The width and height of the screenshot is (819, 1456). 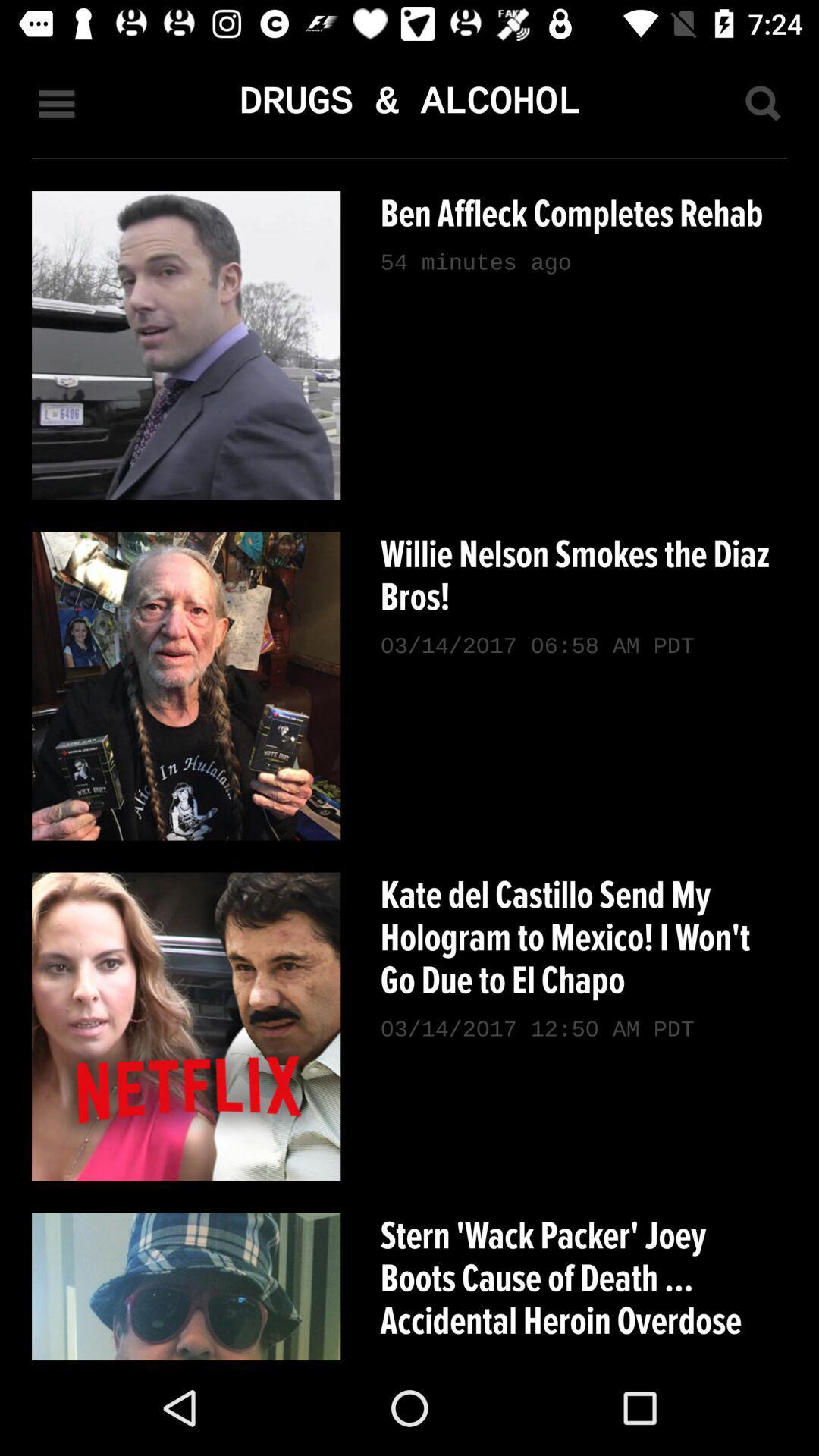 I want to click on zoom in, so click(x=762, y=102).